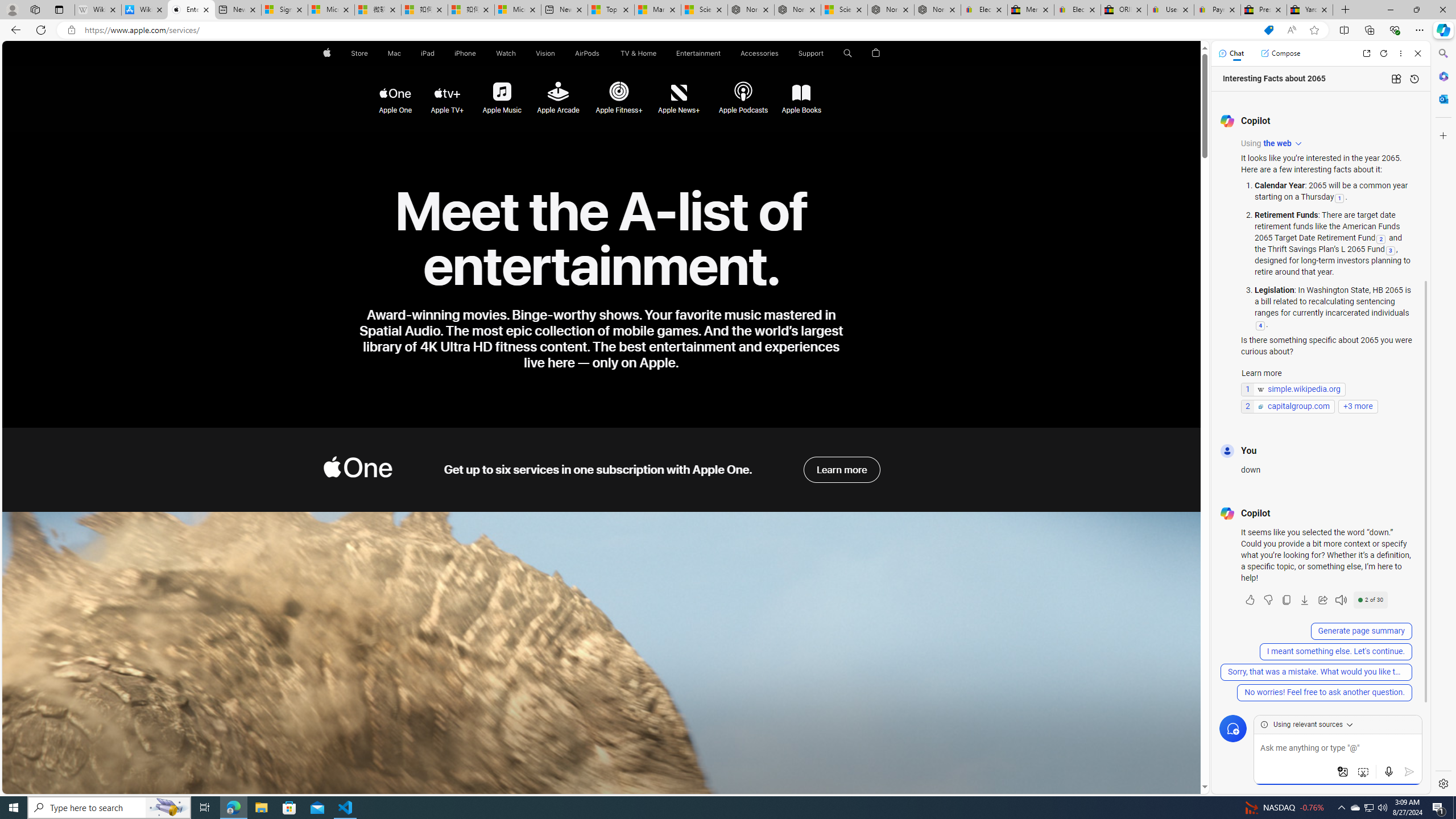 The image size is (1456, 819). Describe the element at coordinates (586, 53) in the screenshot. I see `'AirPods'` at that location.